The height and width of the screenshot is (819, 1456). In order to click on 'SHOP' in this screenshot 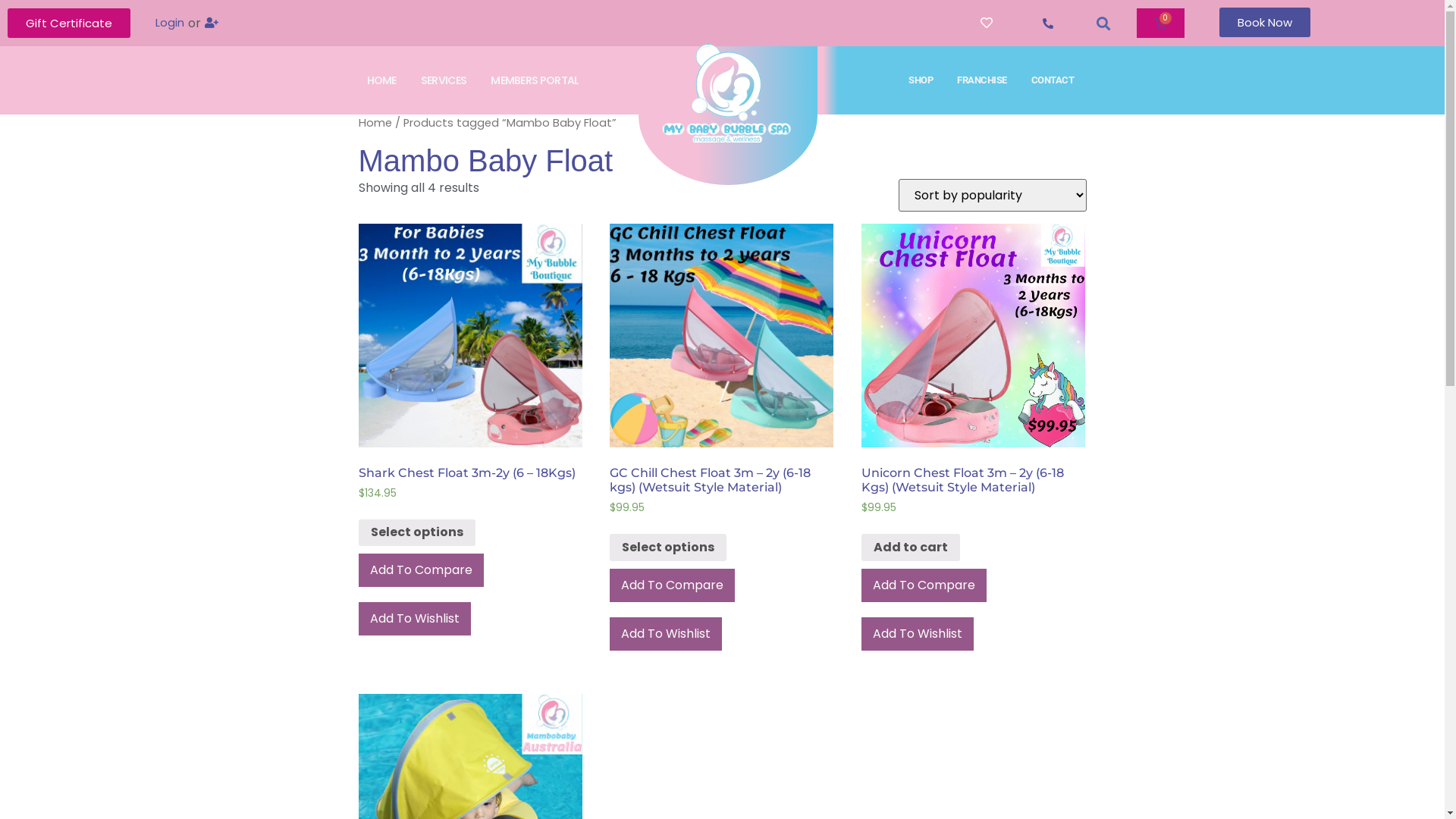, I will do `click(896, 80)`.